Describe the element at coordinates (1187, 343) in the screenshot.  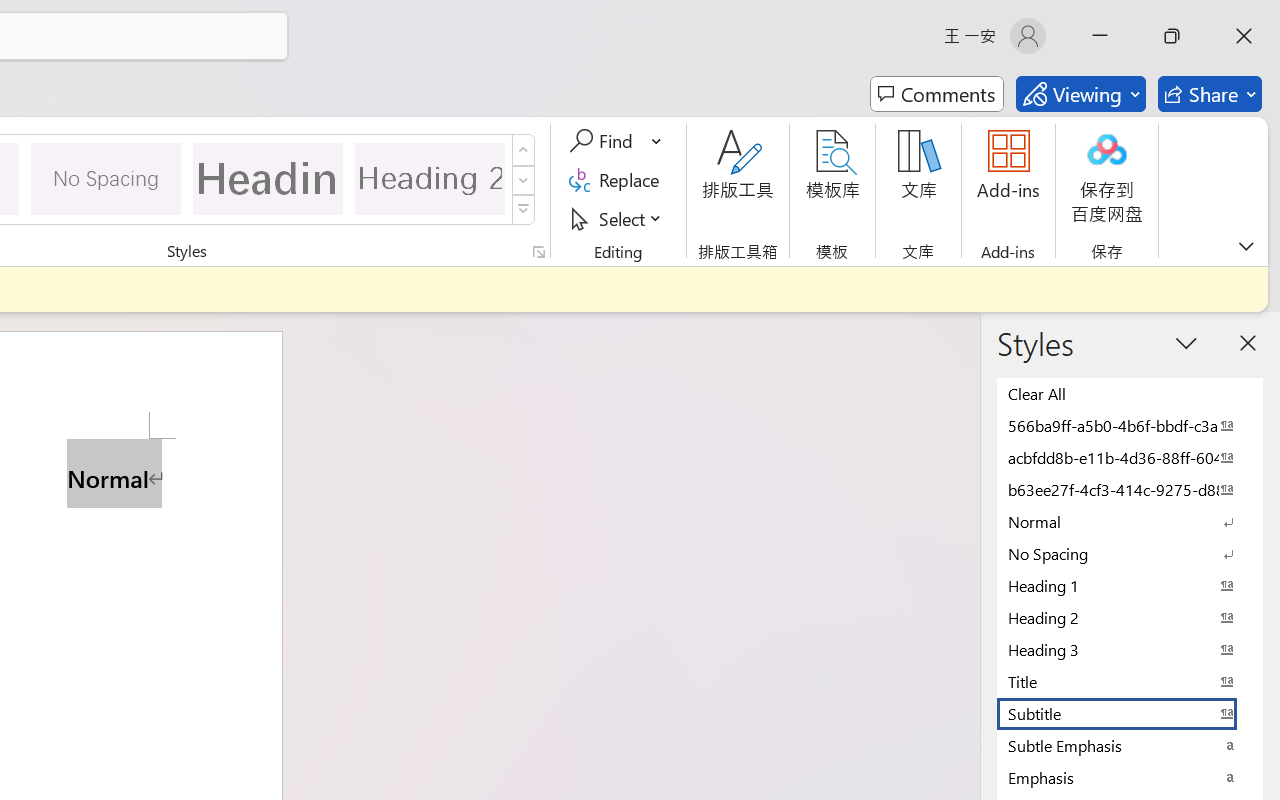
I see `'Task Pane Options'` at that location.